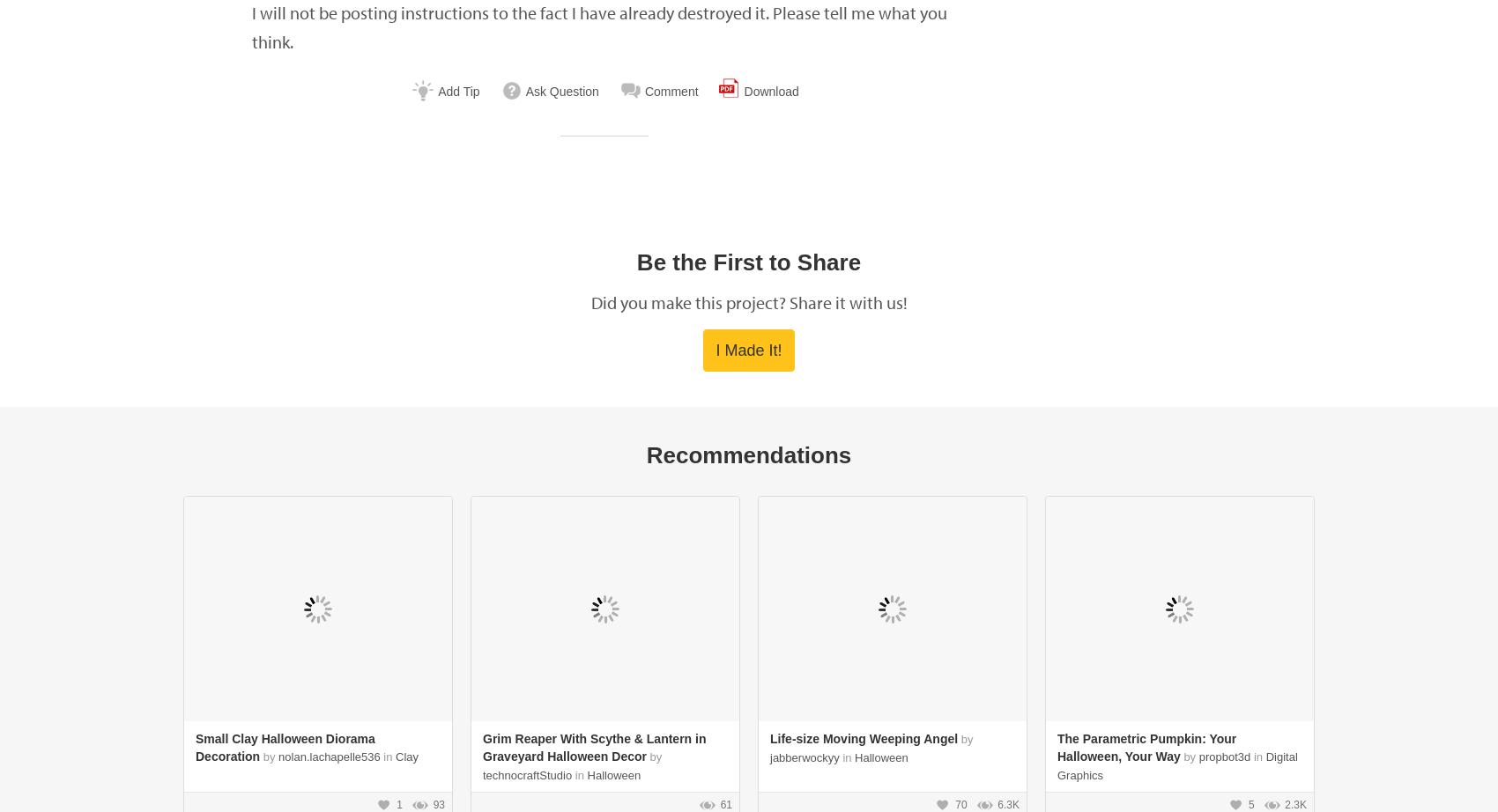 The height and width of the screenshot is (812, 1498). I want to click on 'The Parametric Pumpkin: Your Halloween, Your Way', so click(1146, 746).